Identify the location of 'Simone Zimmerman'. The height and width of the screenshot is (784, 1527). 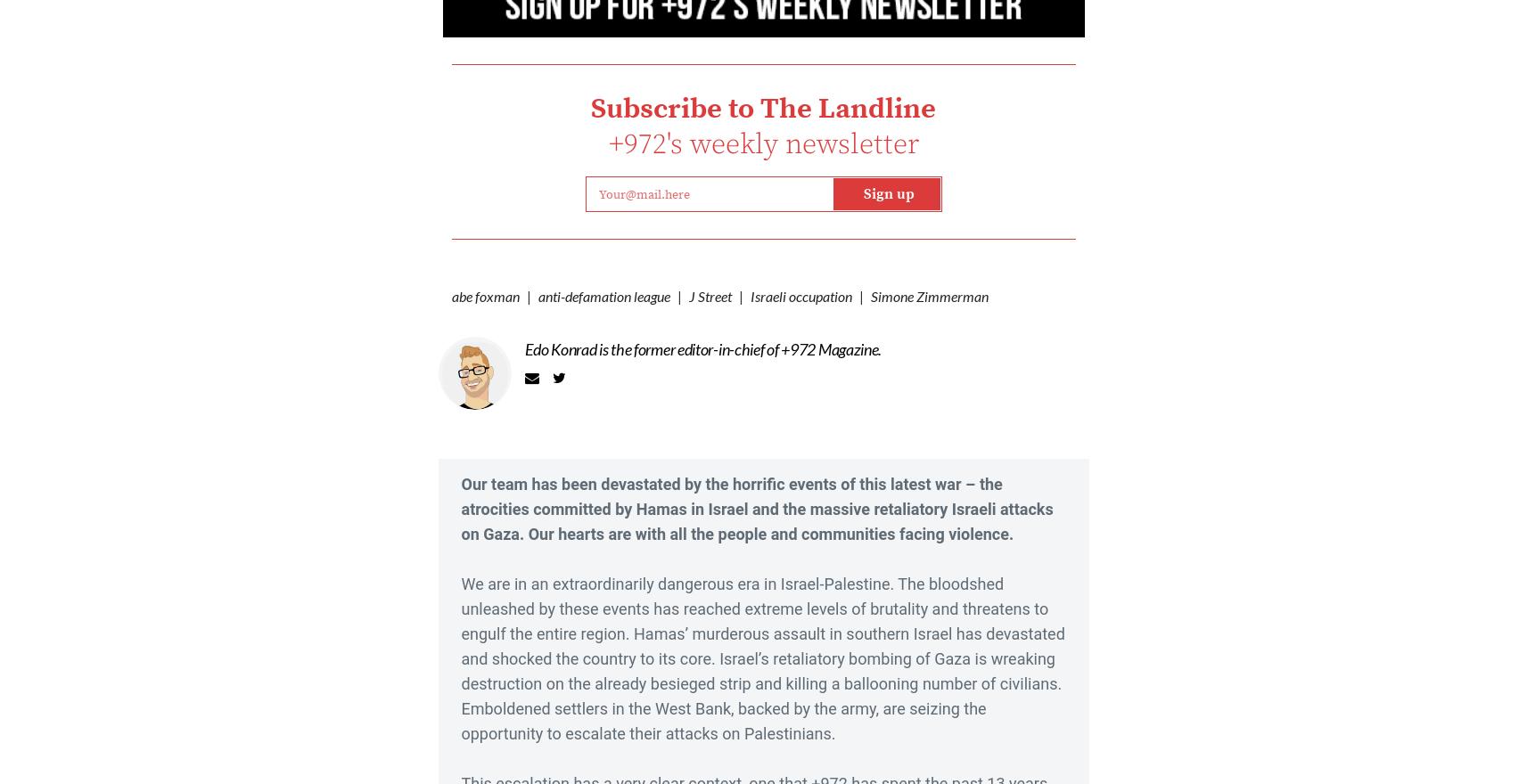
(870, 295).